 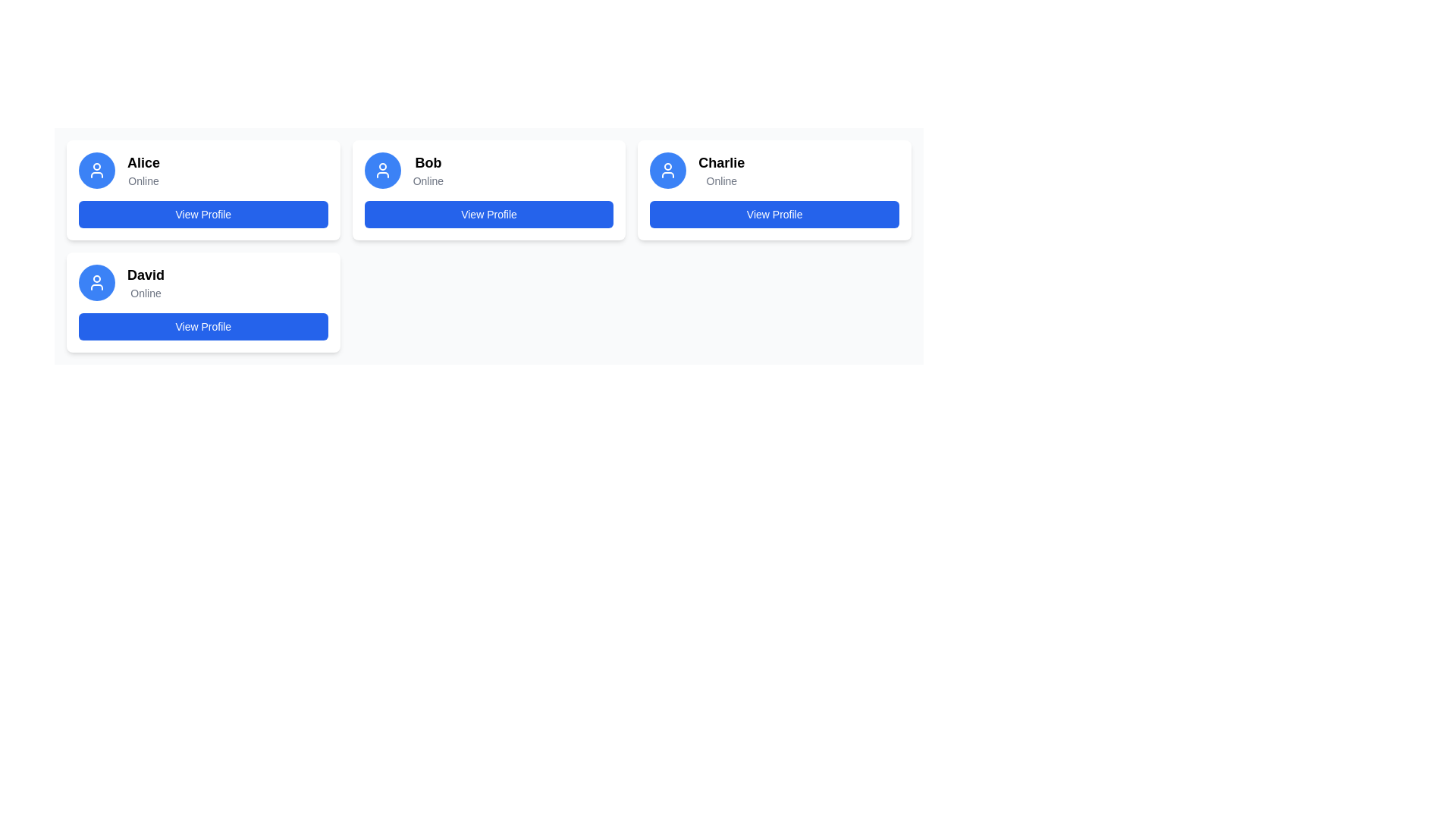 What do you see at coordinates (720, 180) in the screenshot?
I see `the static text label that displays the word 'Online', which is styled in gray and located below the name 'Charlie'` at bounding box center [720, 180].